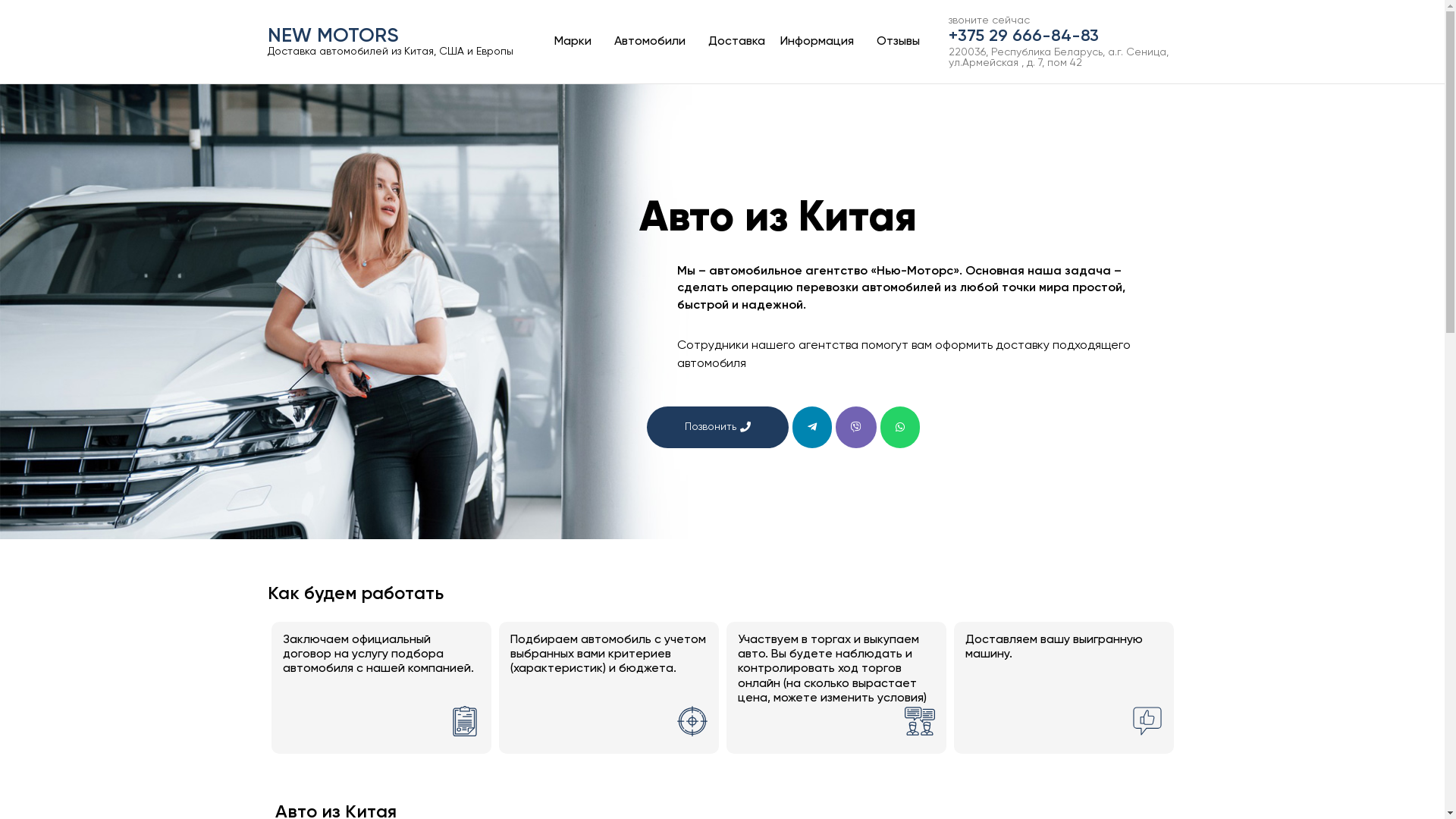 The width and height of the screenshot is (1456, 819). What do you see at coordinates (266, 35) in the screenshot?
I see `'NEW MOTORS'` at bounding box center [266, 35].